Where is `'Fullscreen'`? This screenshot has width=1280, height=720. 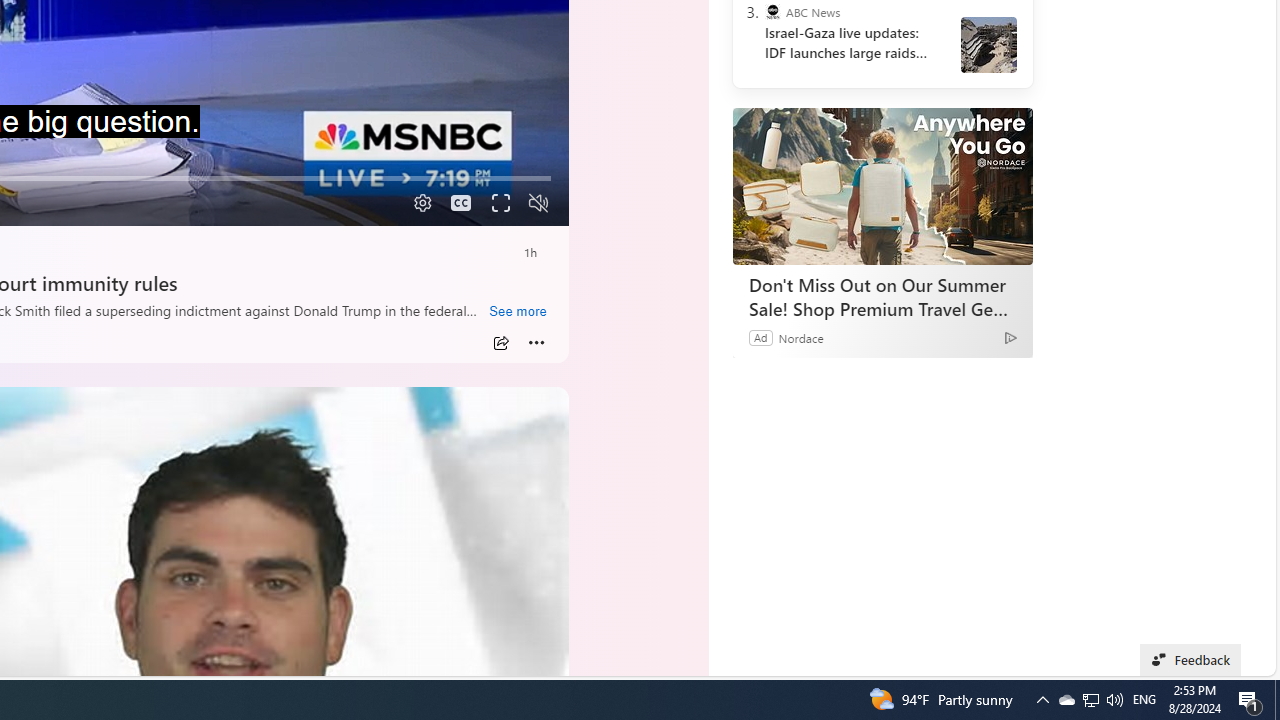
'Fullscreen' is located at coordinates (501, 203).